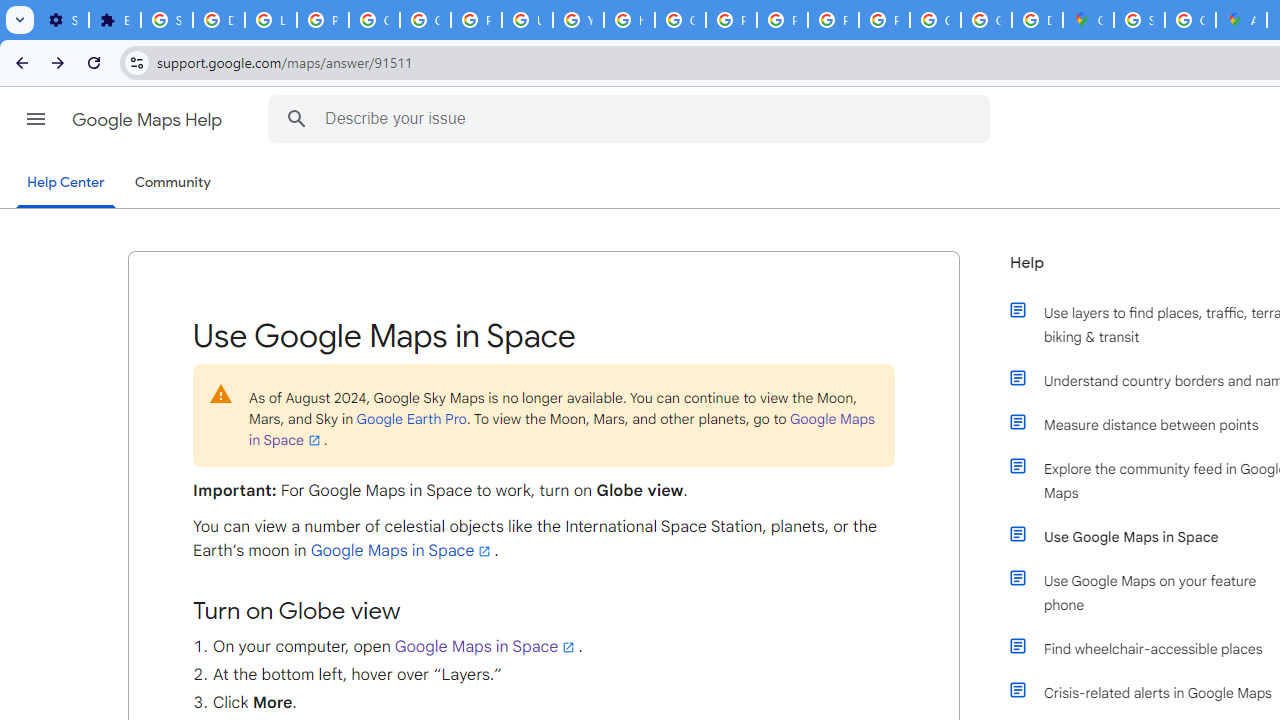  I want to click on 'Google Maps Help', so click(148, 119).